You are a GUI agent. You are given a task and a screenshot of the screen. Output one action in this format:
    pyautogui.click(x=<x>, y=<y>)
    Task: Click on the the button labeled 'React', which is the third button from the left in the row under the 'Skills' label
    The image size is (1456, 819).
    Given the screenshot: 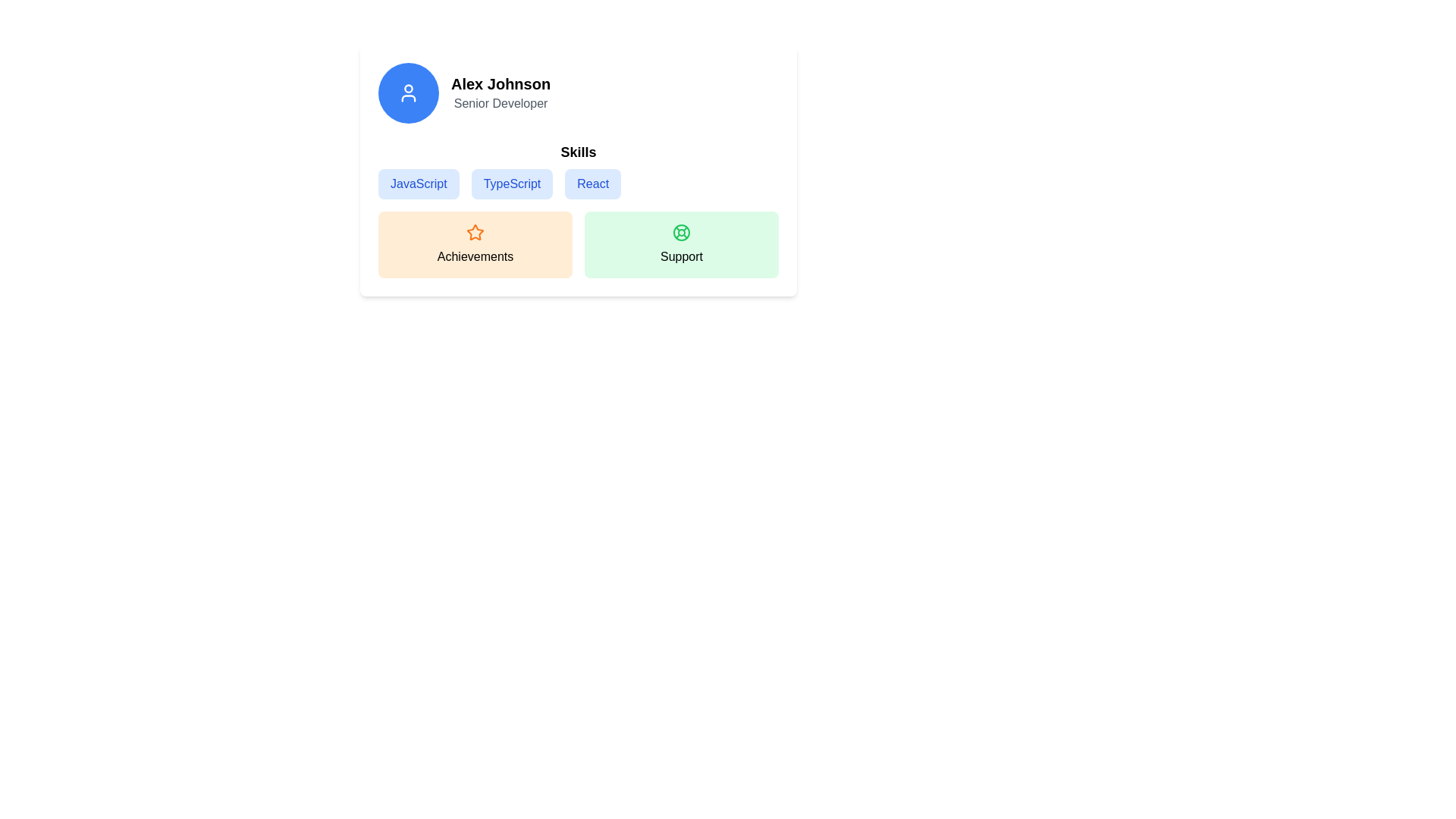 What is the action you would take?
    pyautogui.click(x=578, y=170)
    